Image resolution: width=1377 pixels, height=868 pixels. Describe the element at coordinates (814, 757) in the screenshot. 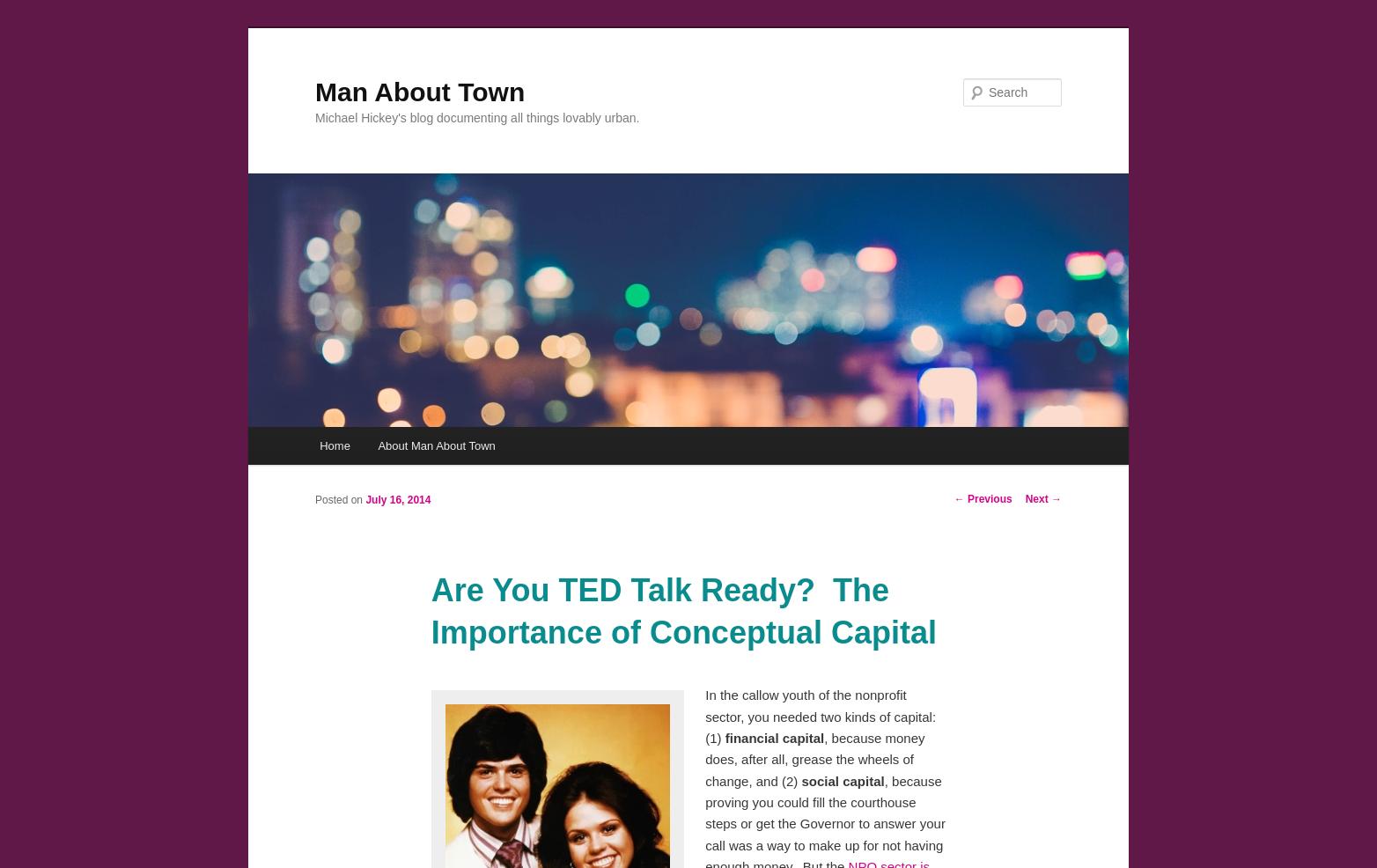

I see `', because money does, after all, grease the wheels of change, and (2)'` at that location.